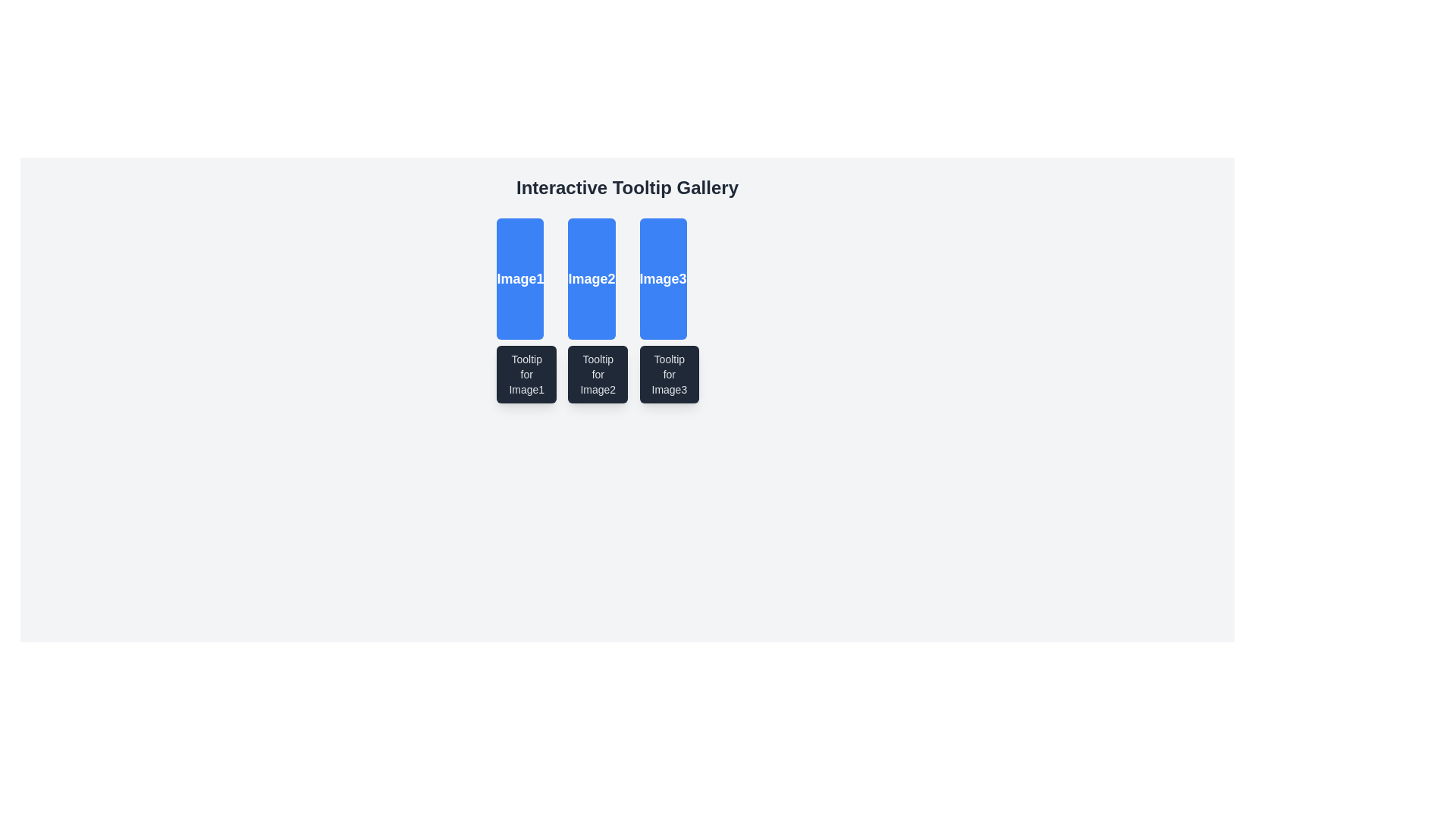 Image resolution: width=1456 pixels, height=819 pixels. What do you see at coordinates (597, 374) in the screenshot?
I see `the tooltip displaying 'Tooltip for Image2', which has a dark gray background and light gray text, positioned directly below 'Image2'` at bounding box center [597, 374].